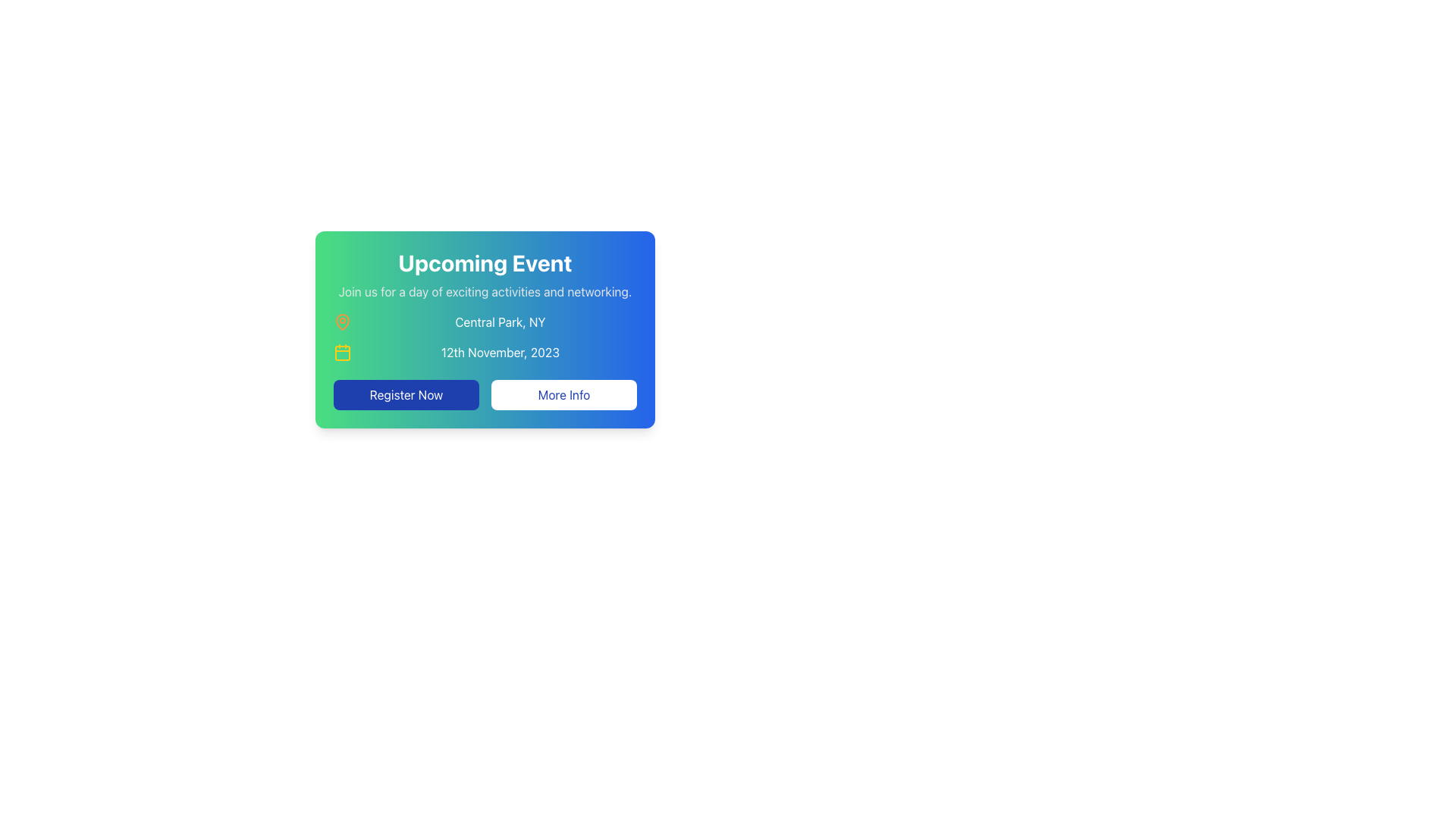 The image size is (1456, 819). What do you see at coordinates (341, 321) in the screenshot?
I see `the geographical location icon positioned to the left of the text 'Central Park, NY'` at bounding box center [341, 321].